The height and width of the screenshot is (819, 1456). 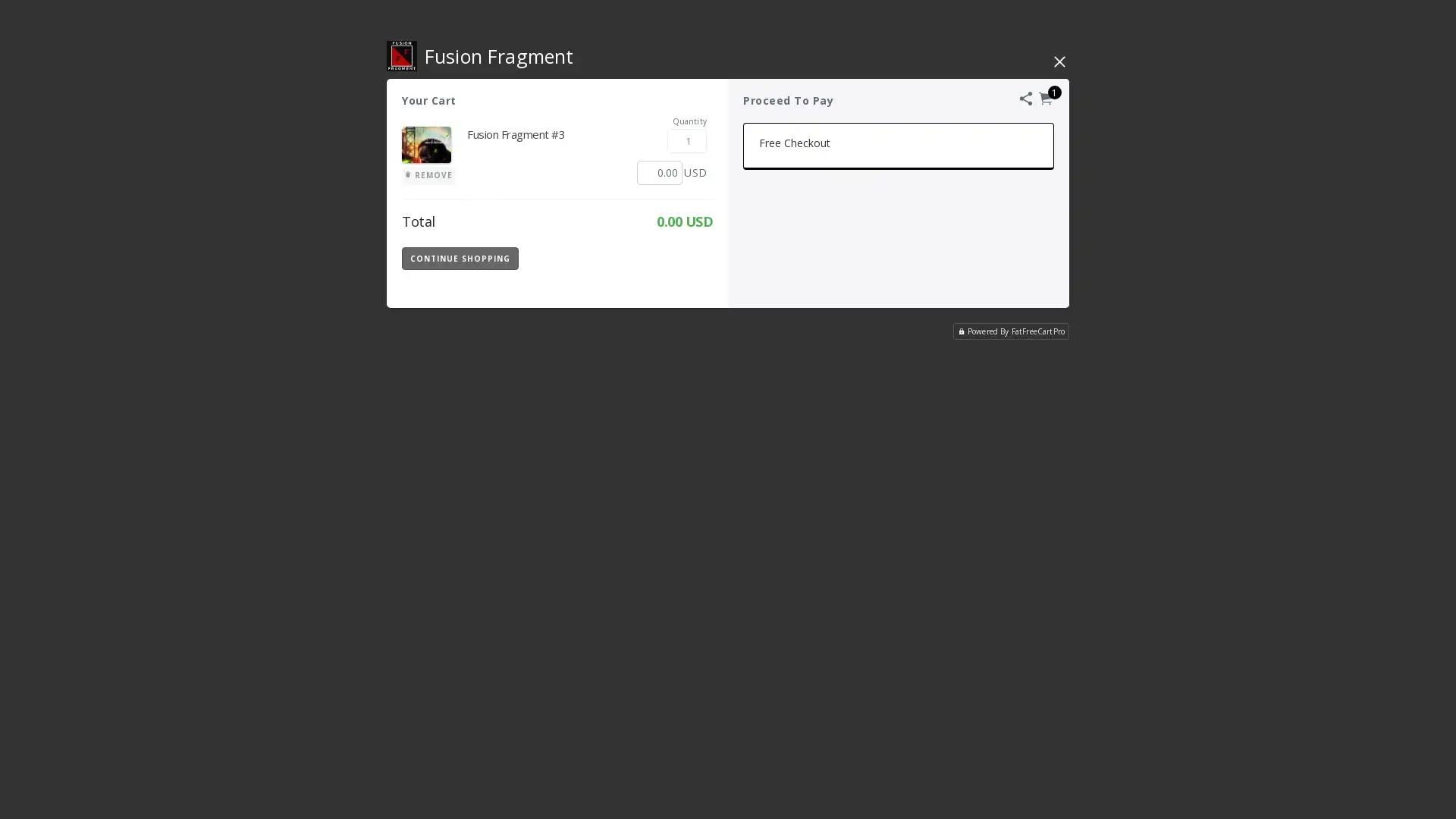 What do you see at coordinates (899, 146) in the screenshot?
I see `Free Checkout` at bounding box center [899, 146].